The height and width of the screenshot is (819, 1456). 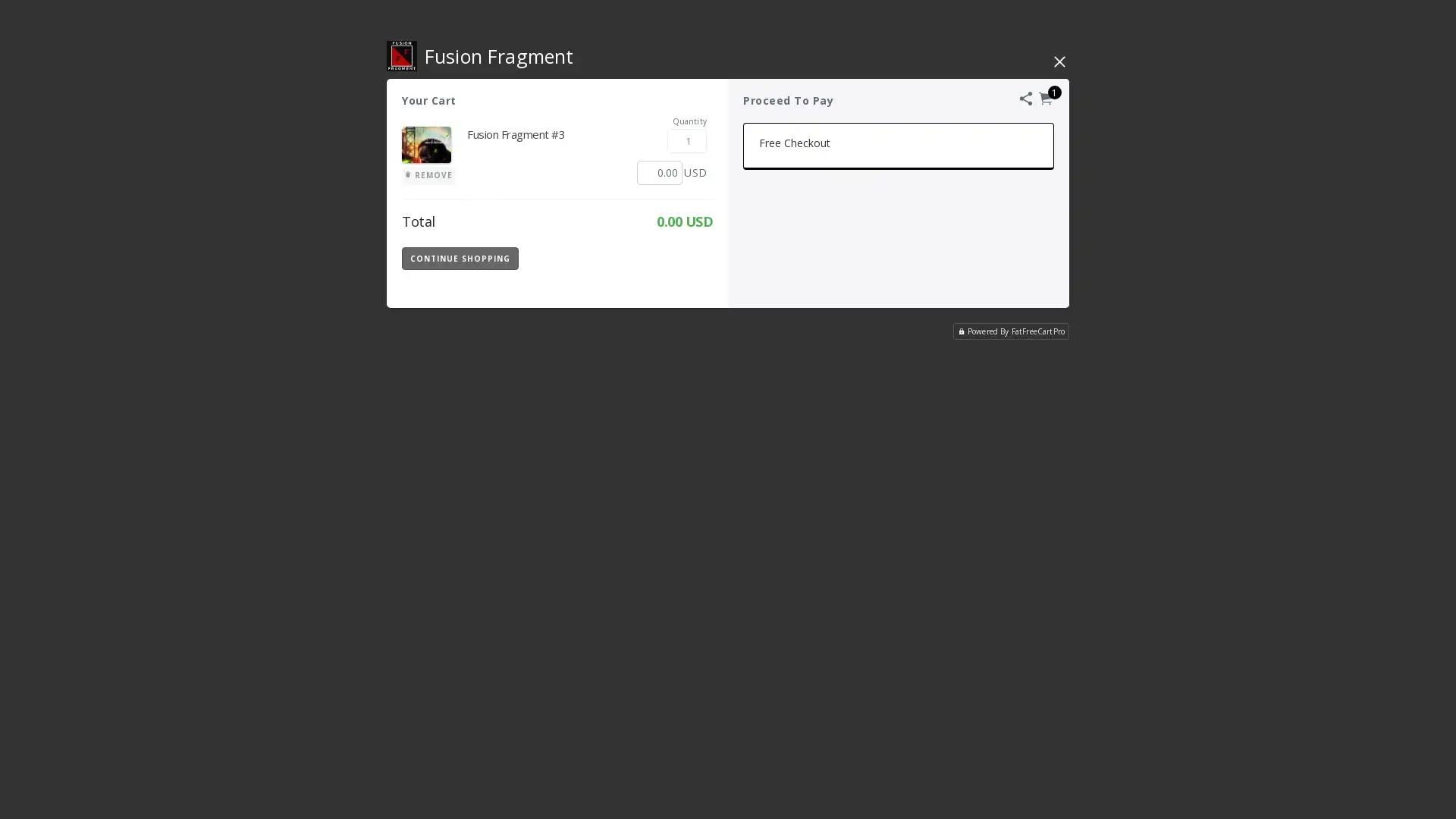 What do you see at coordinates (899, 146) in the screenshot?
I see `Free Checkout` at bounding box center [899, 146].